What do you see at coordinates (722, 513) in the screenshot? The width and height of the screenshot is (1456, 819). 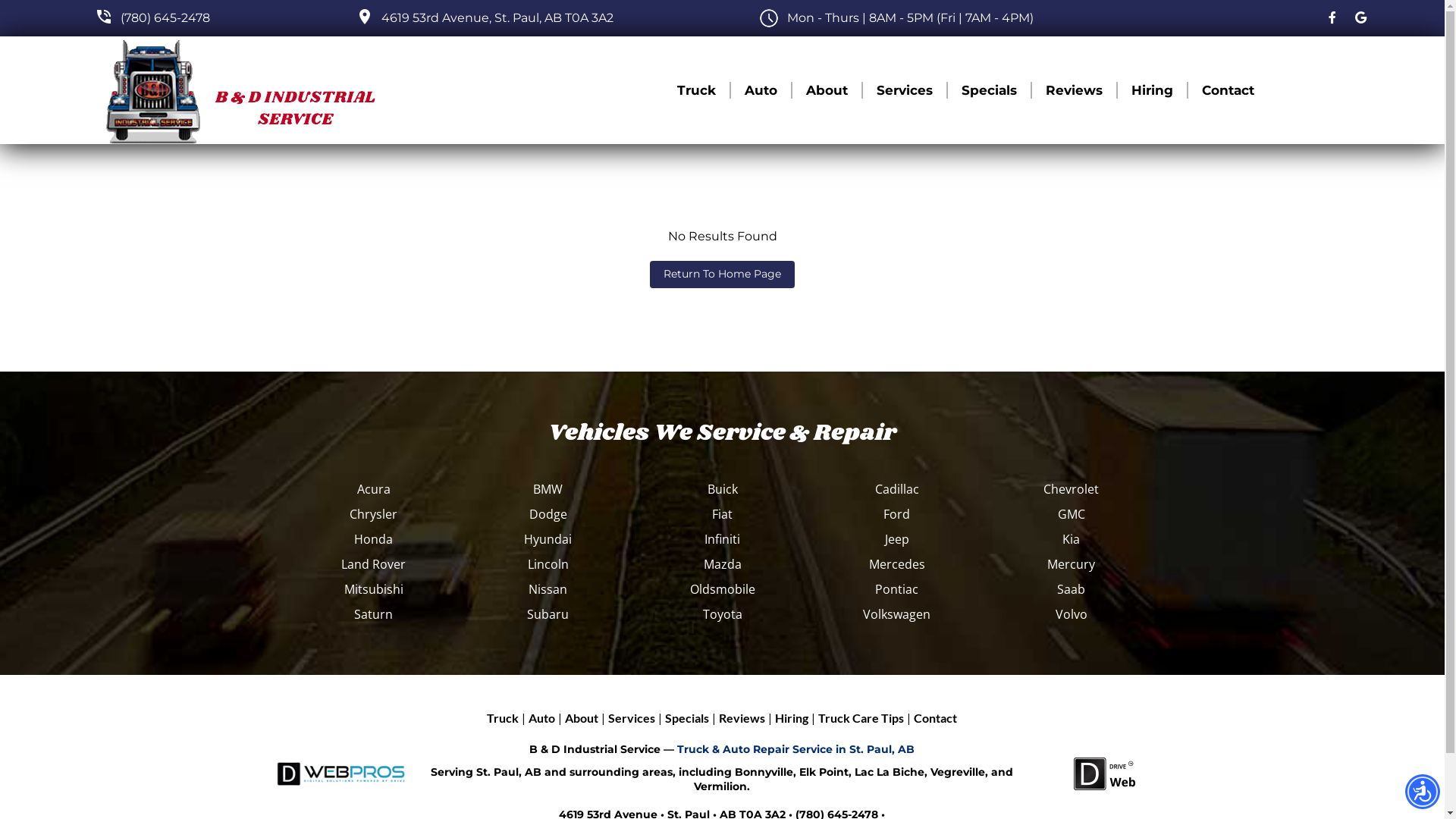 I see `'Fiat'` at bounding box center [722, 513].